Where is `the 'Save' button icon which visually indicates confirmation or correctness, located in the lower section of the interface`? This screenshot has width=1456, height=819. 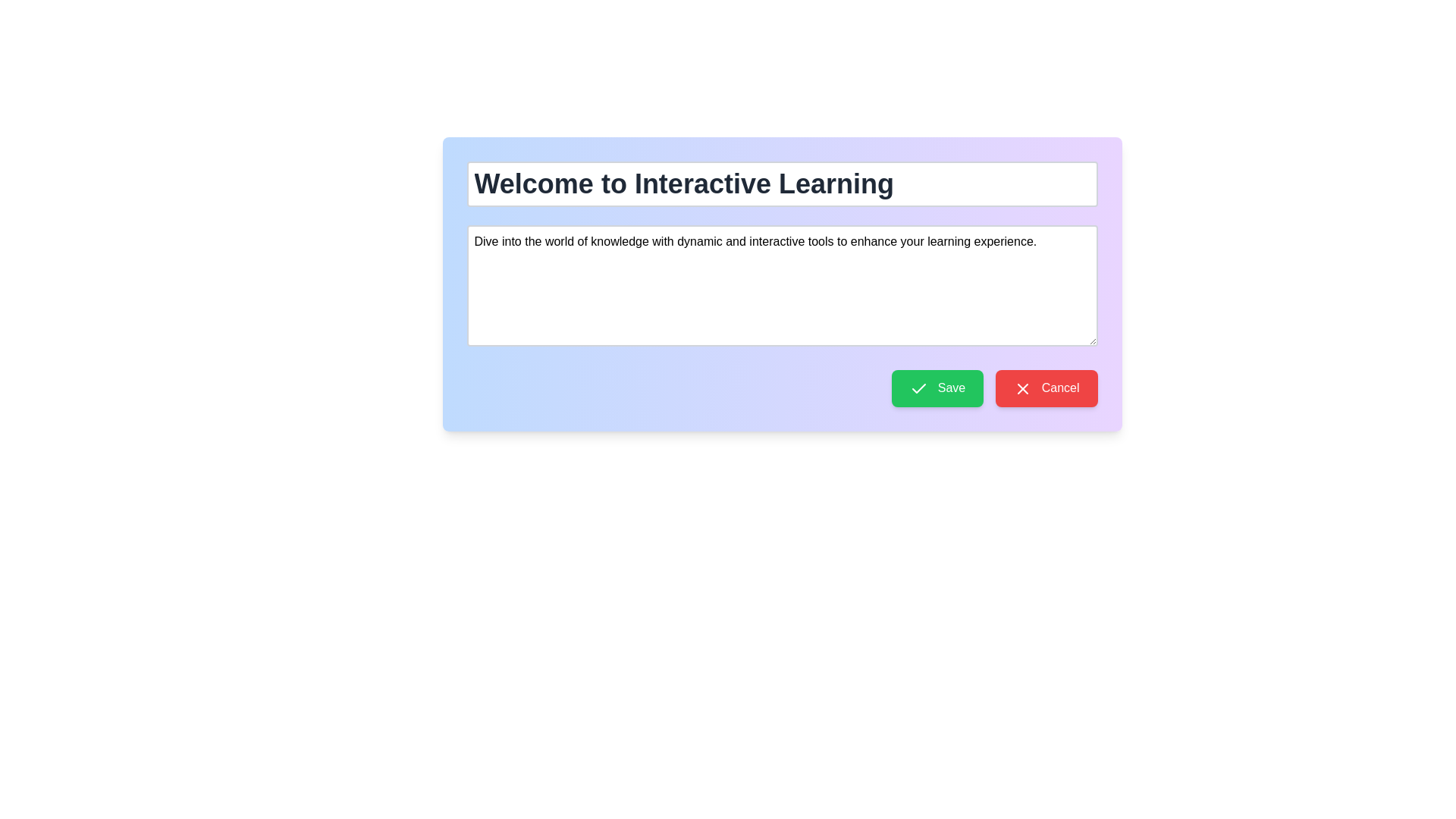
the 'Save' button icon which visually indicates confirmation or correctness, located in the lower section of the interface is located at coordinates (918, 388).